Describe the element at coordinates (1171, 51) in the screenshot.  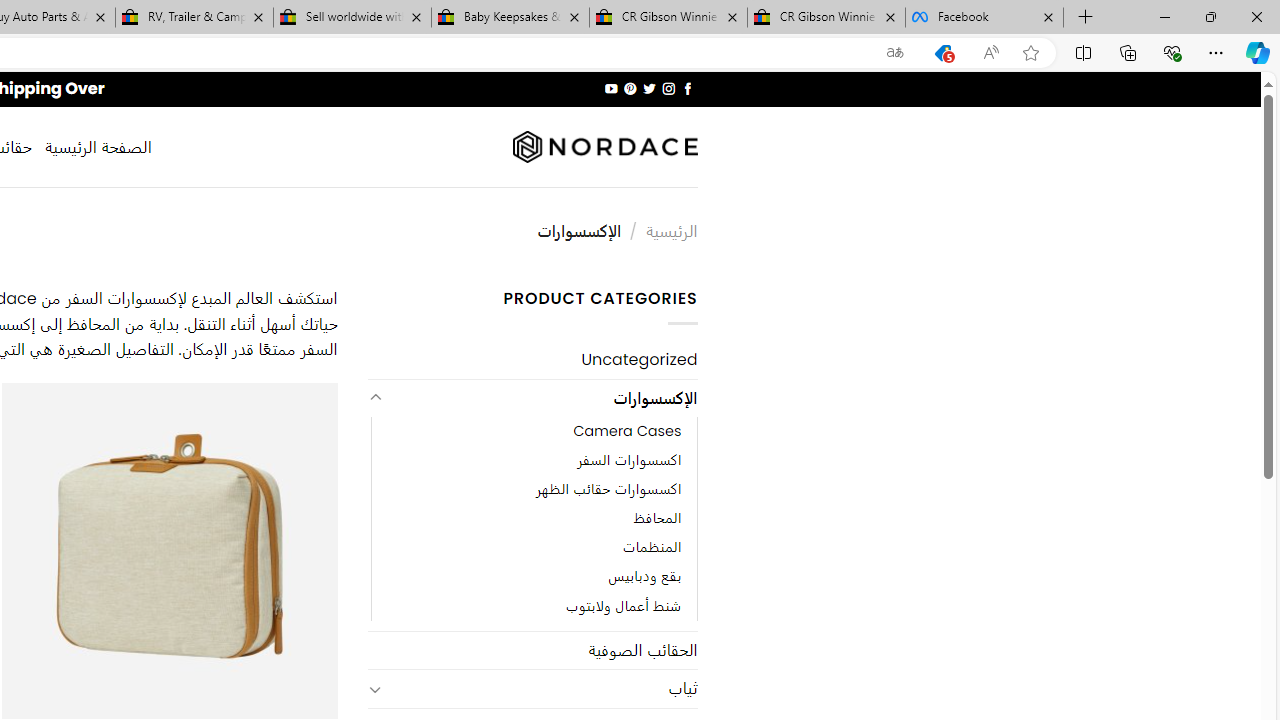
I see `'Browser essentials'` at that location.